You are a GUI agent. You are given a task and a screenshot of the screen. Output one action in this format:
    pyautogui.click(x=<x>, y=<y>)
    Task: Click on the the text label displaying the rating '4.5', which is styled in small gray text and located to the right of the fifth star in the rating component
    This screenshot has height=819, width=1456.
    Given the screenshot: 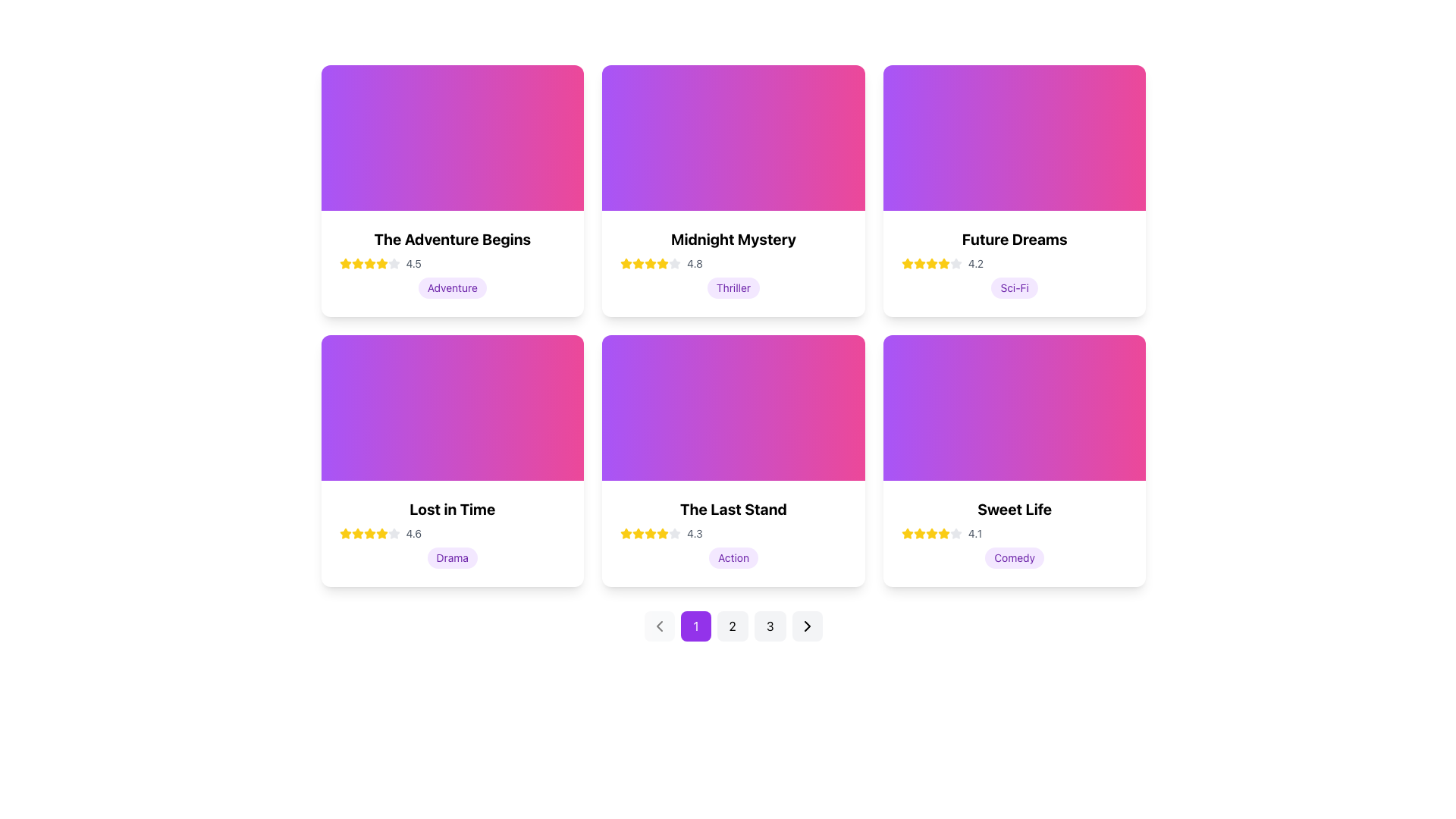 What is the action you would take?
    pyautogui.click(x=413, y=262)
    